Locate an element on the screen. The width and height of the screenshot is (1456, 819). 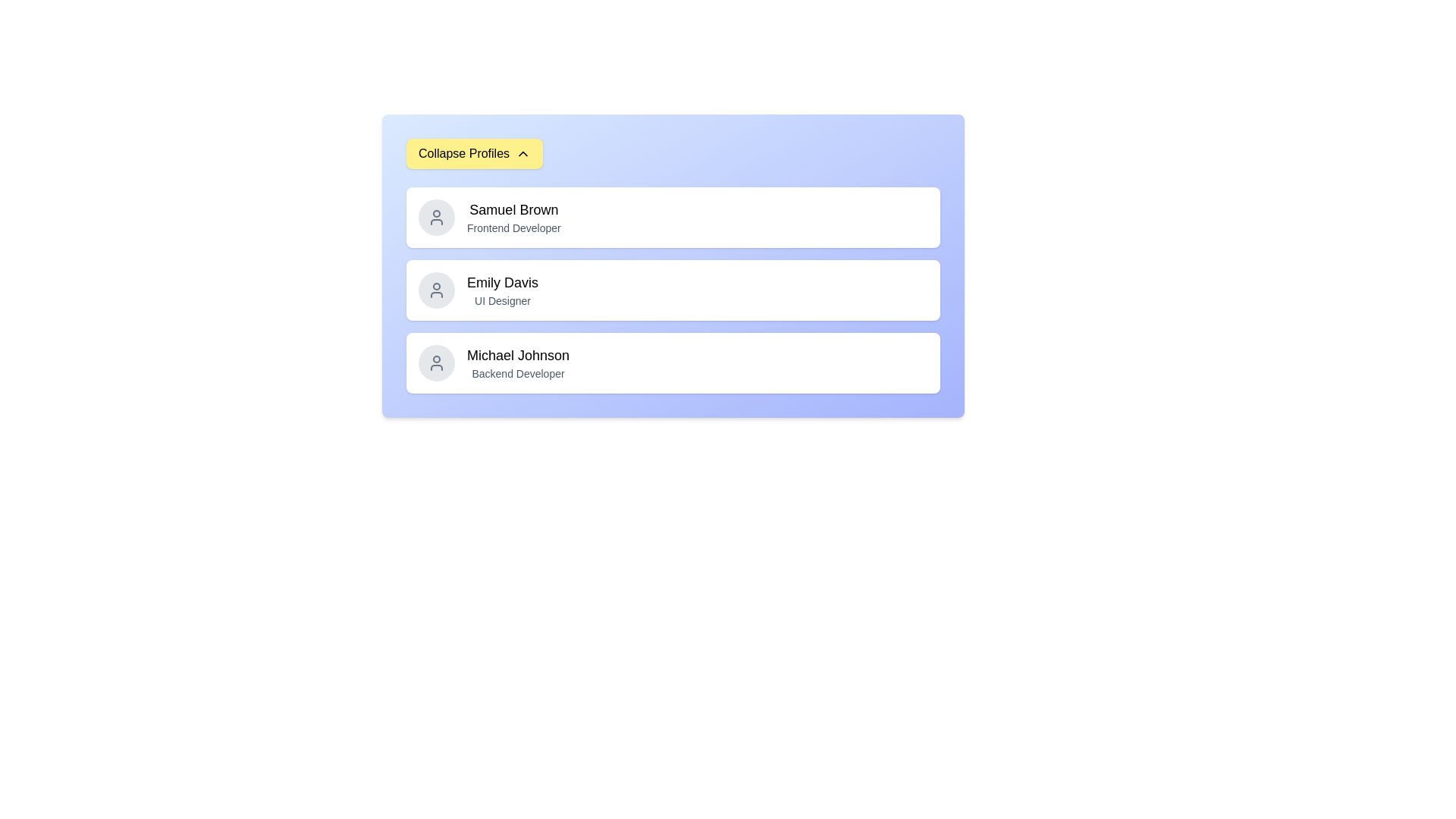
the SVG Icon representing a user profile located in the center-left of the second row of user profiles, between 'Samuel Brown' and 'Emily Davis' is located at coordinates (436, 290).